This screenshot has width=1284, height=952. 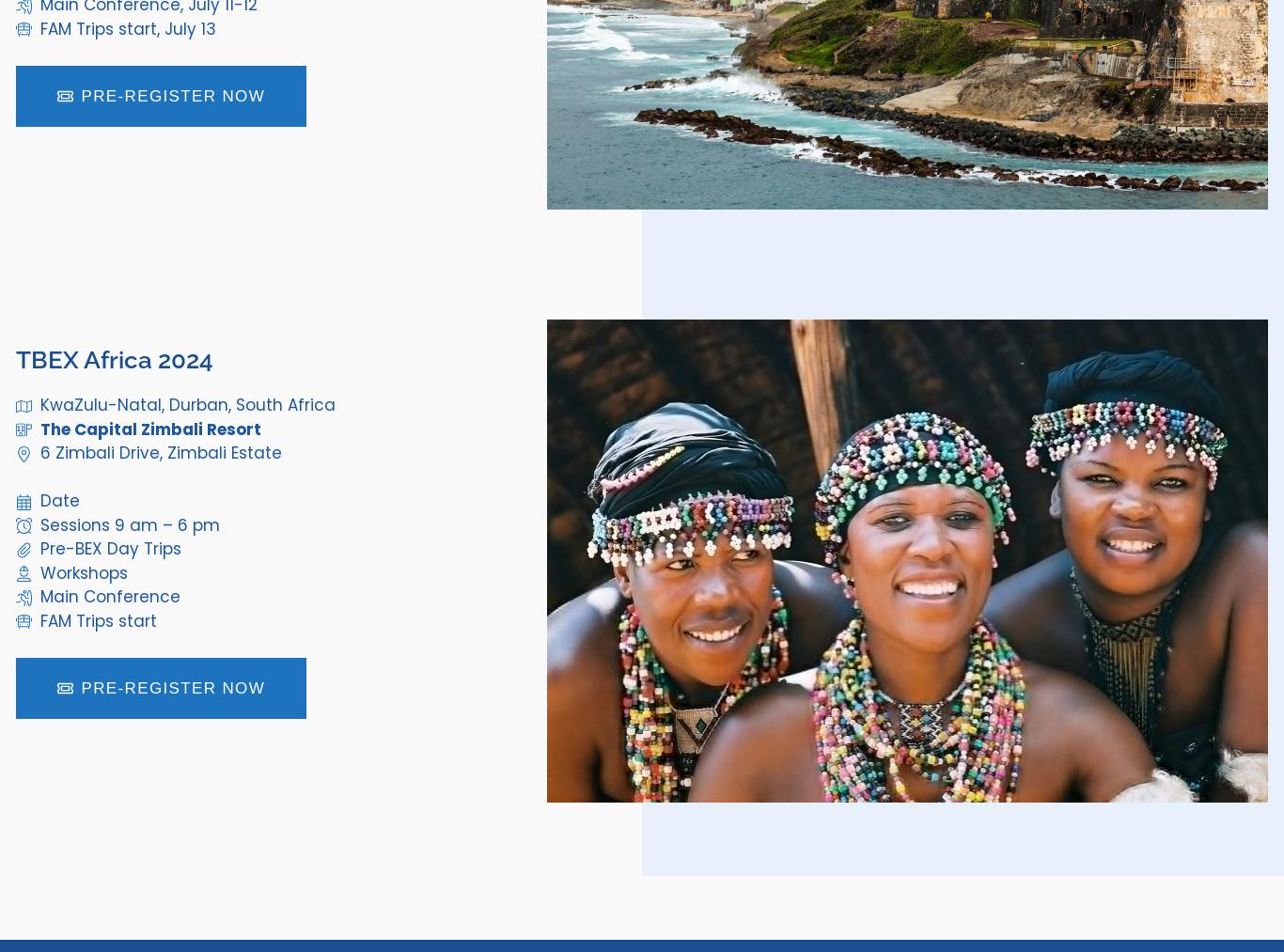 I want to click on 'FAM Trips start', so click(x=97, y=618).